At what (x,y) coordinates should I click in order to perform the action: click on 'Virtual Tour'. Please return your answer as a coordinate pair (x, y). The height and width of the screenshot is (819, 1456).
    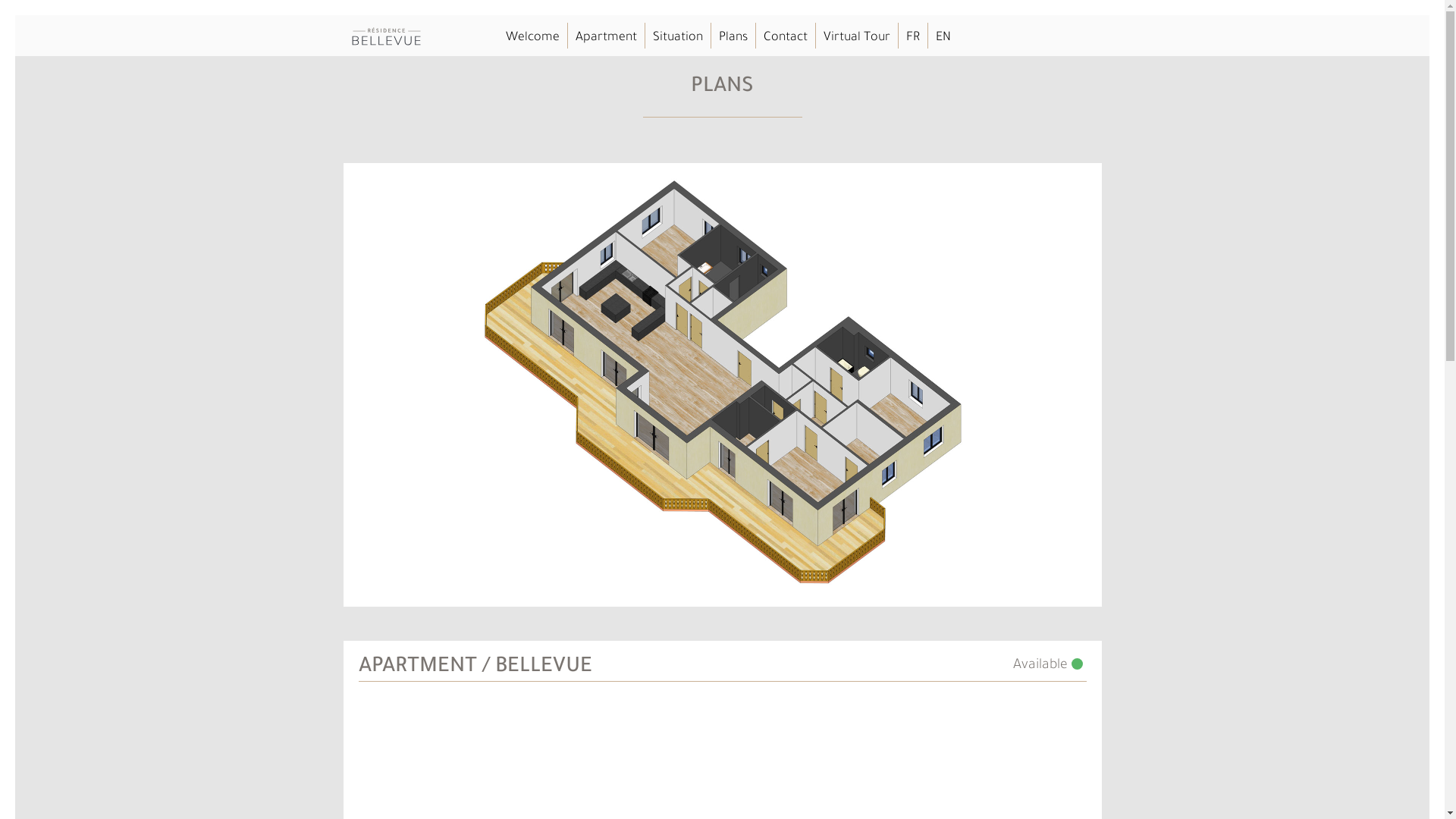
    Looking at the image, I should click on (856, 37).